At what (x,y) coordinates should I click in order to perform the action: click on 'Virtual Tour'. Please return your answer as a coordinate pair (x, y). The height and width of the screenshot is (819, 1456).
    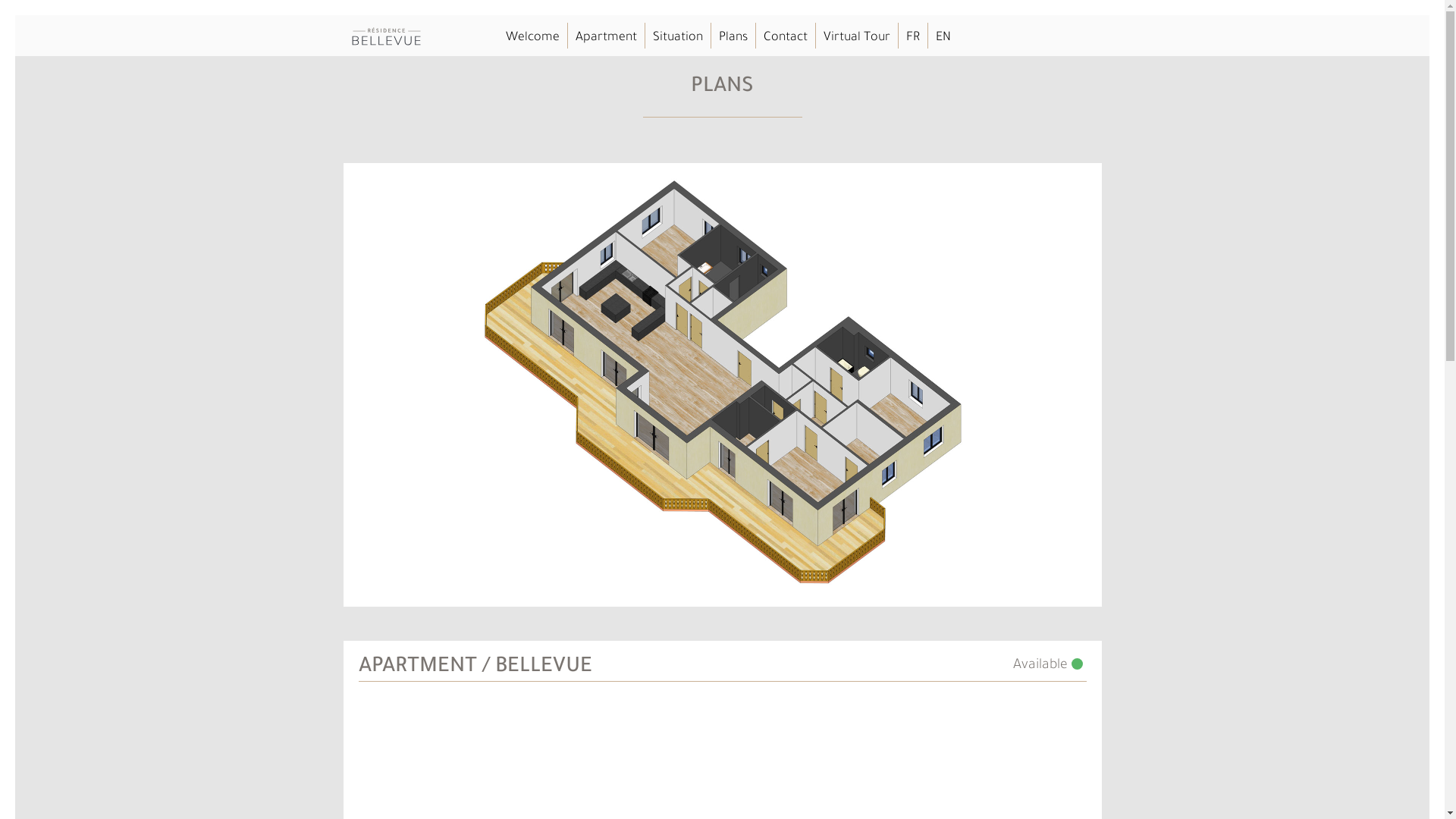
    Looking at the image, I should click on (856, 37).